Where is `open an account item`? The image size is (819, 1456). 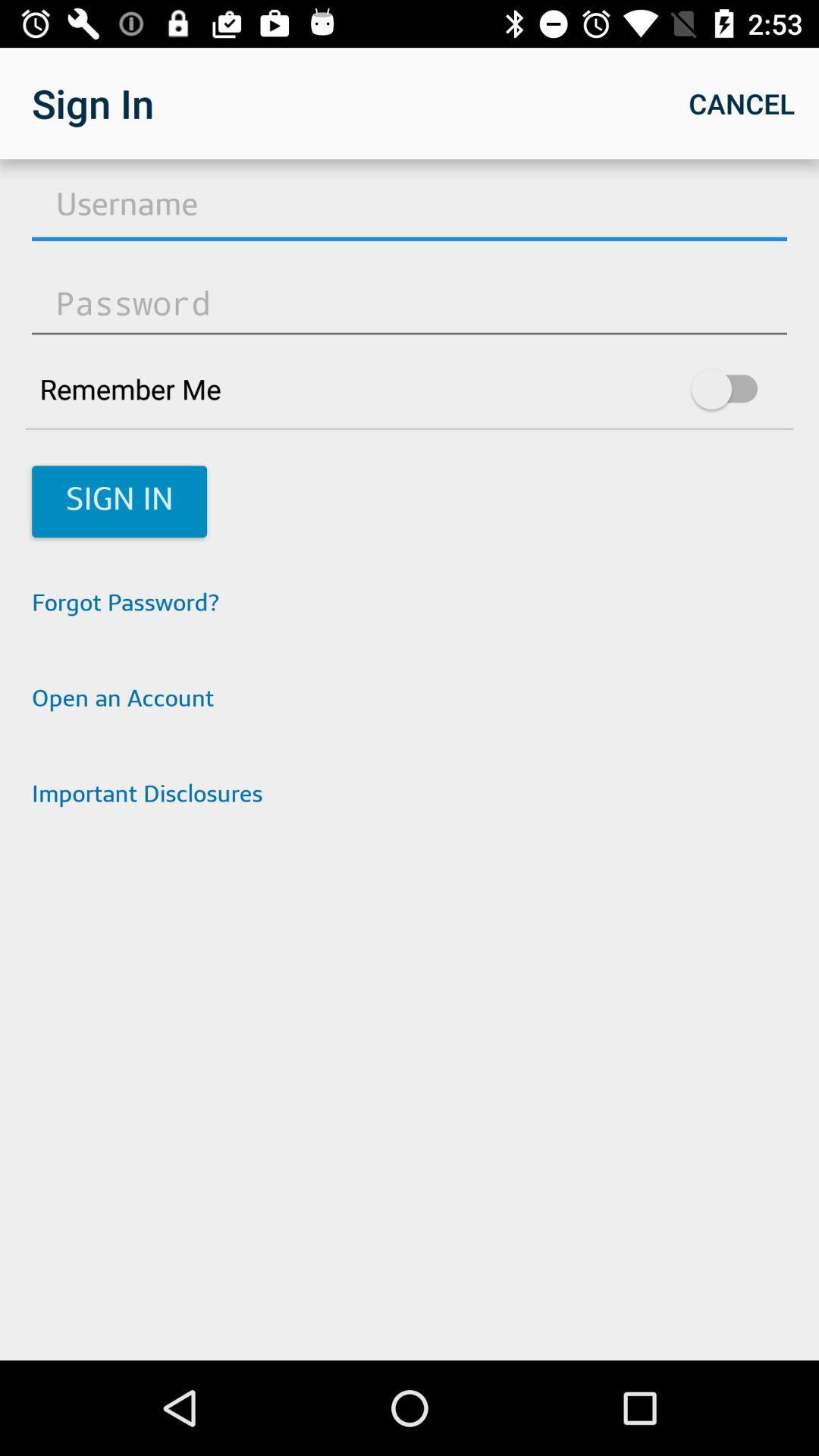 open an account item is located at coordinates (409, 700).